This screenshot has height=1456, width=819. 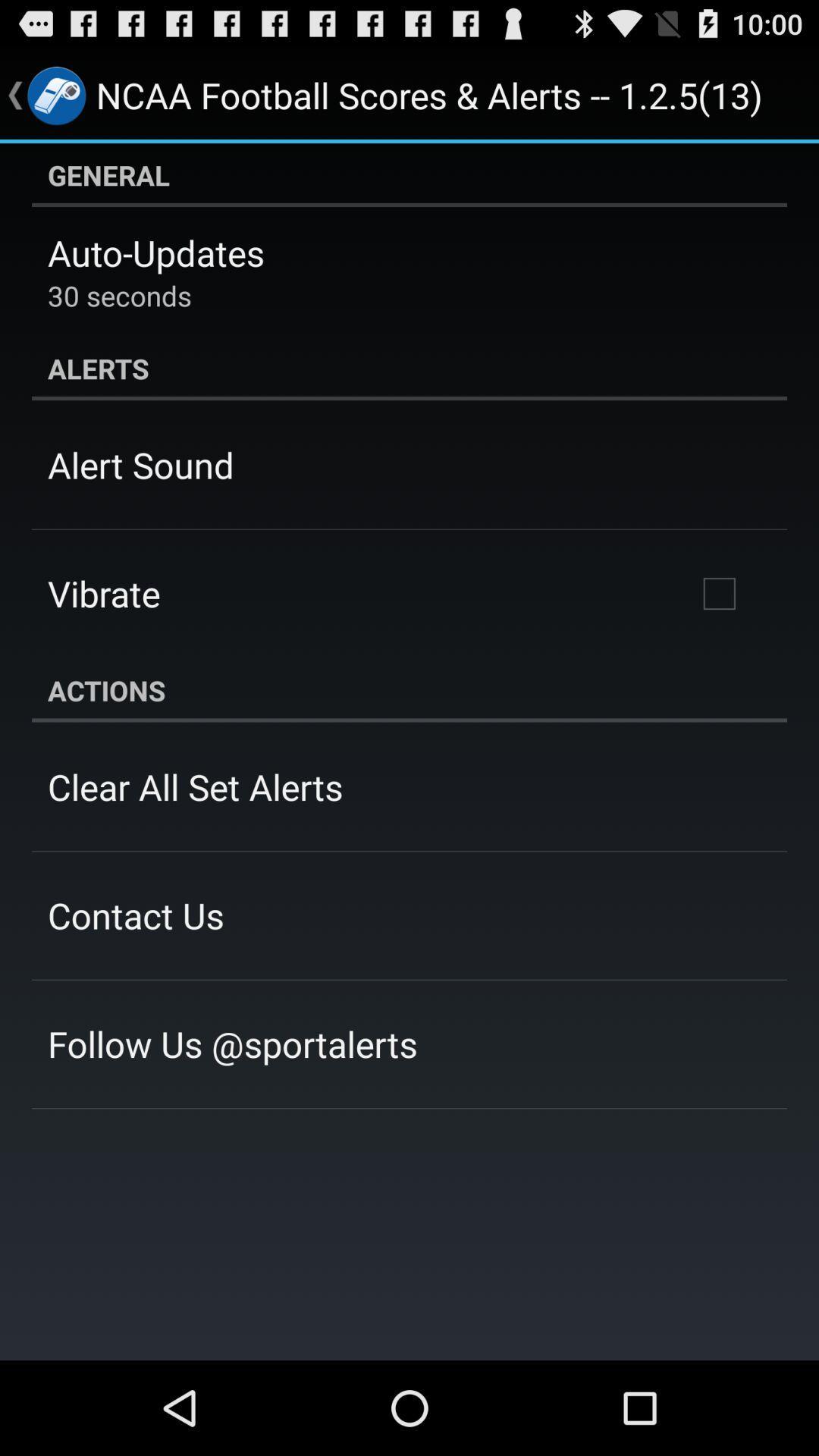 I want to click on icon below the alerts item, so click(x=140, y=464).